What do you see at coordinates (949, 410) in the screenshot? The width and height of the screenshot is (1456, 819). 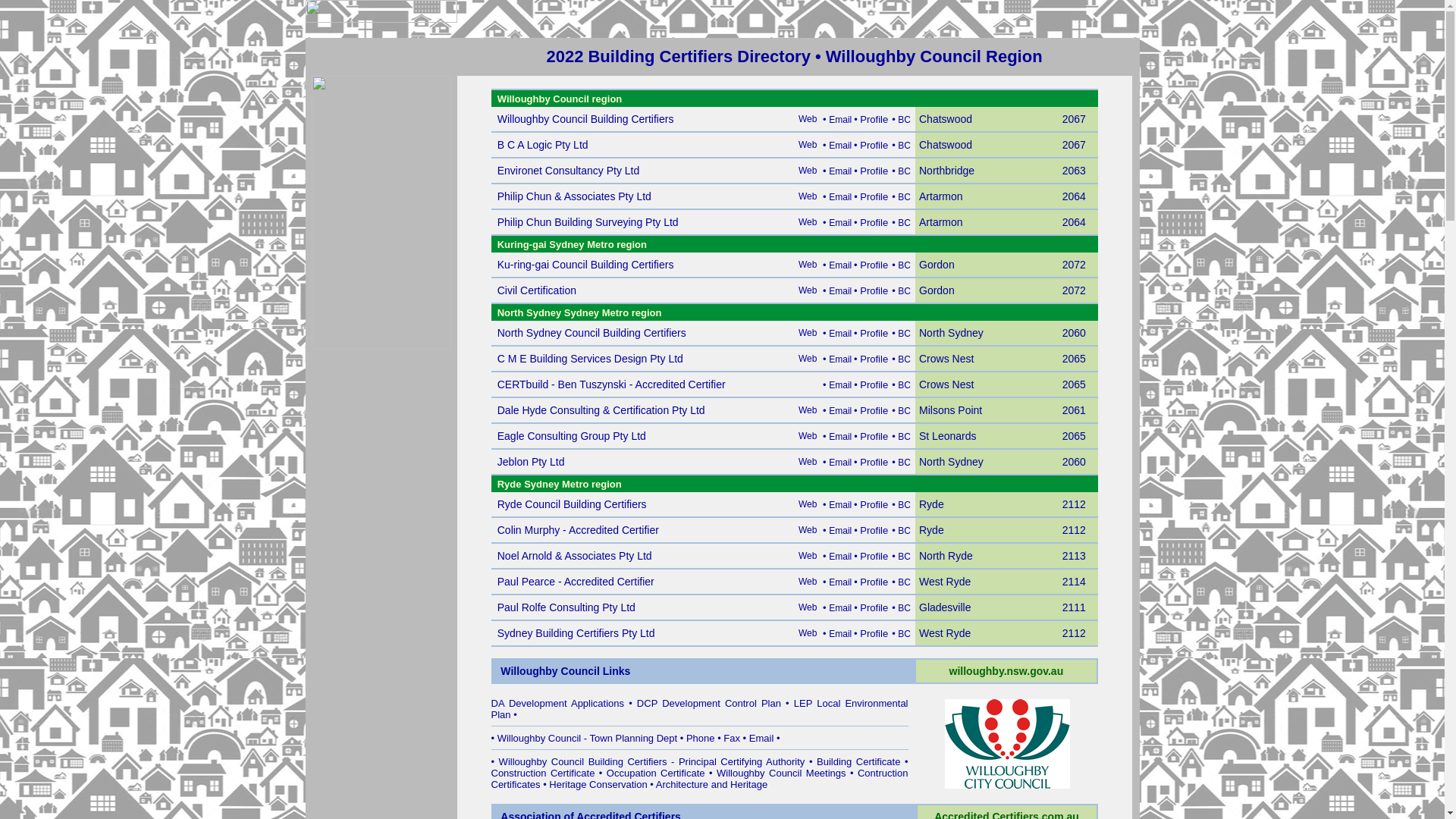 I see `'Milsons Point'` at bounding box center [949, 410].